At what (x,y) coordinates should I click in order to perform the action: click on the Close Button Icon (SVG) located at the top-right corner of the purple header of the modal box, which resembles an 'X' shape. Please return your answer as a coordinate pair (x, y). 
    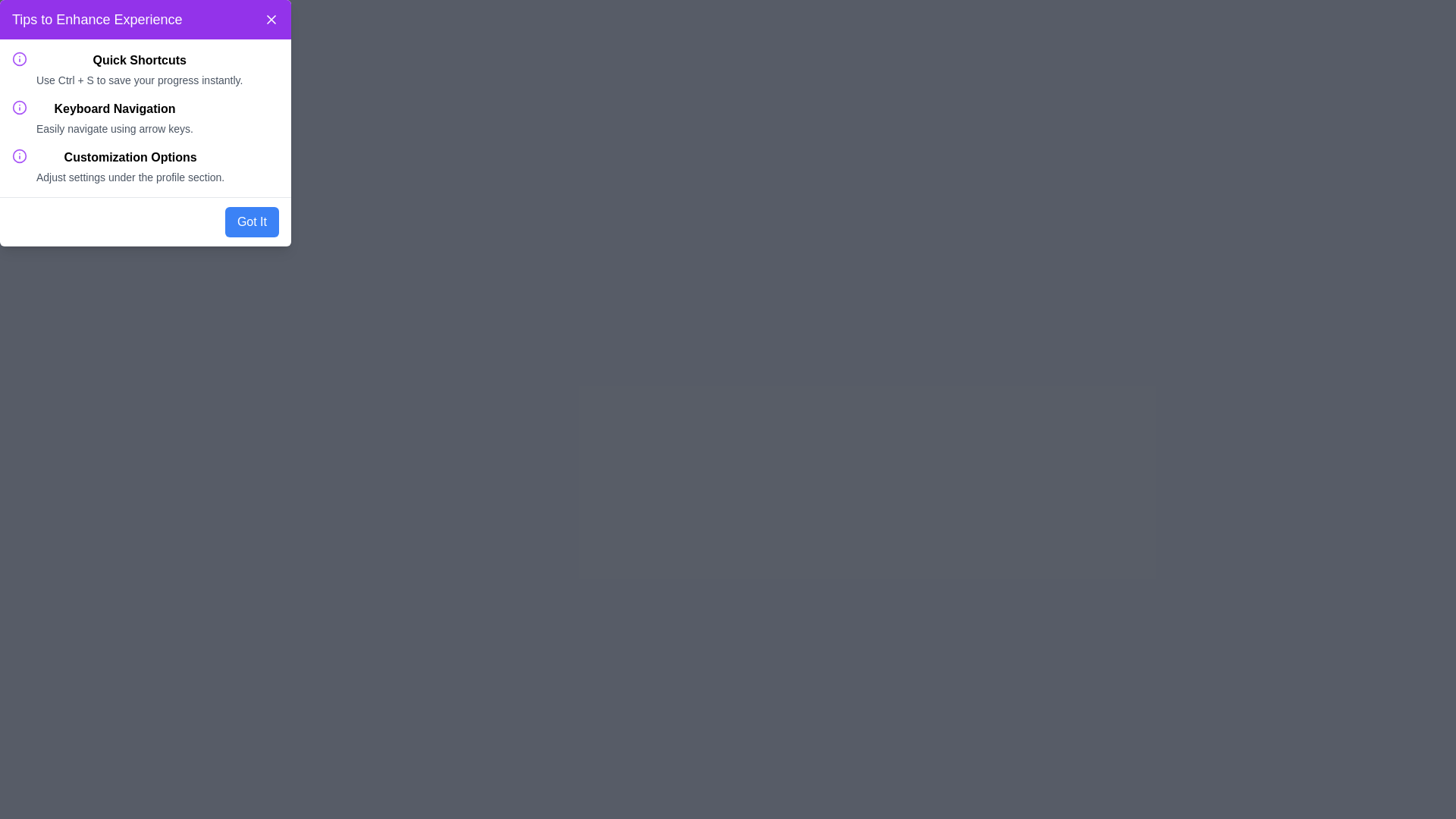
    Looking at the image, I should click on (271, 20).